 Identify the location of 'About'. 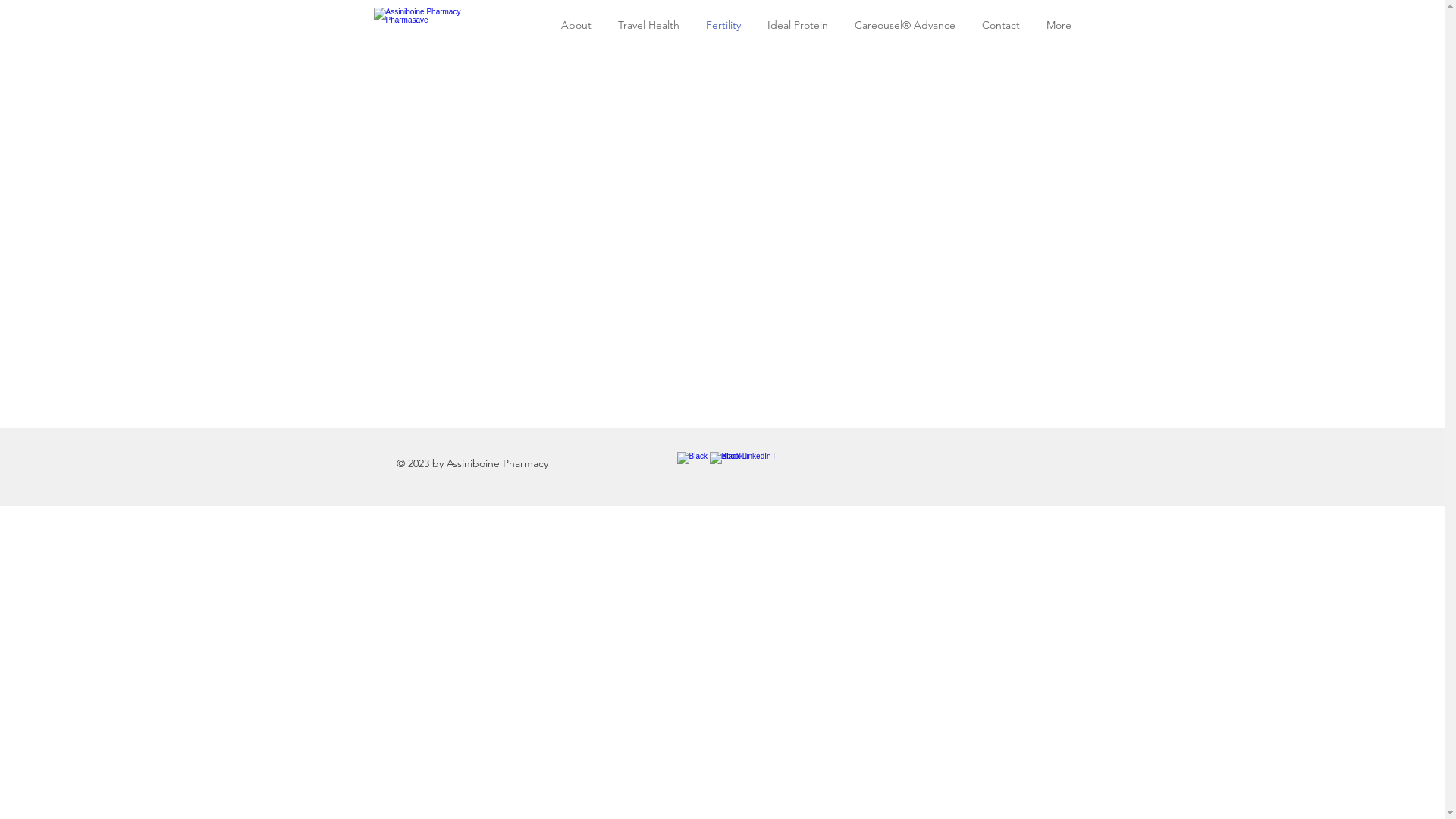
(575, 25).